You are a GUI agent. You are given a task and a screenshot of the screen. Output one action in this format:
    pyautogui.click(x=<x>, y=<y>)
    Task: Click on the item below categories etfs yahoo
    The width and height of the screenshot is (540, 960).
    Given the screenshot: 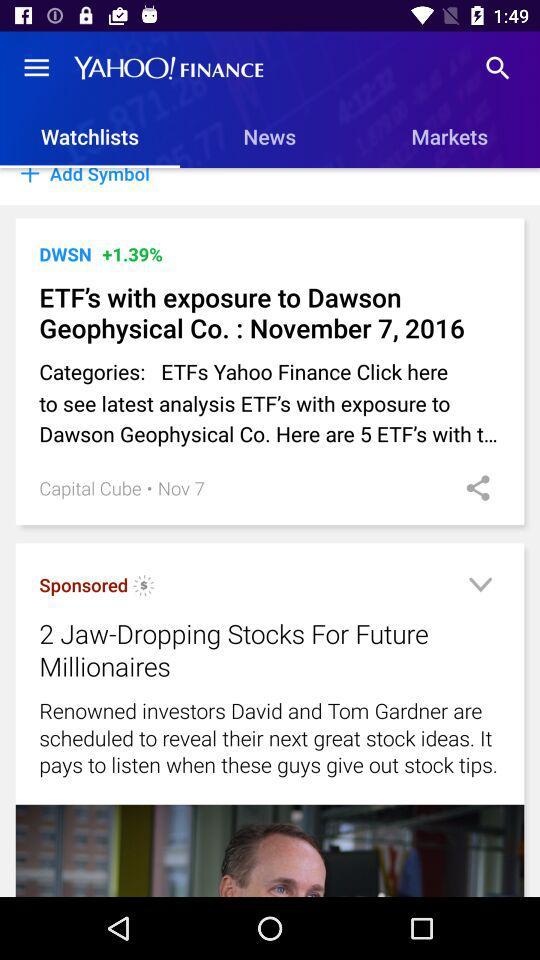 What is the action you would take?
    pyautogui.click(x=181, y=487)
    